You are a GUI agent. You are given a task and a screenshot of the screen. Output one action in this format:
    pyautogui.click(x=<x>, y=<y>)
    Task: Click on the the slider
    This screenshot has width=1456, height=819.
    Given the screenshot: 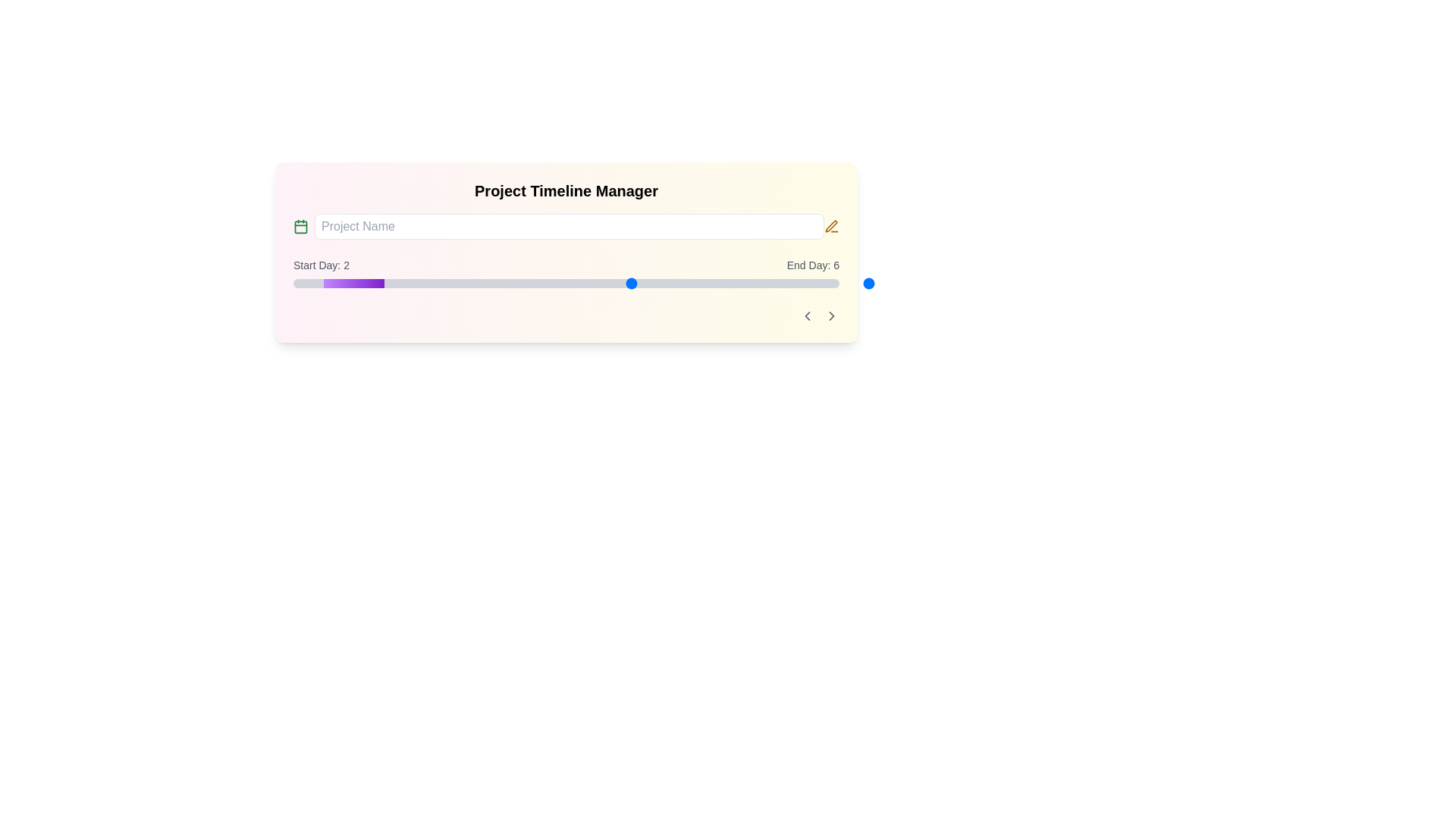 What is the action you would take?
    pyautogui.click(x=687, y=284)
    